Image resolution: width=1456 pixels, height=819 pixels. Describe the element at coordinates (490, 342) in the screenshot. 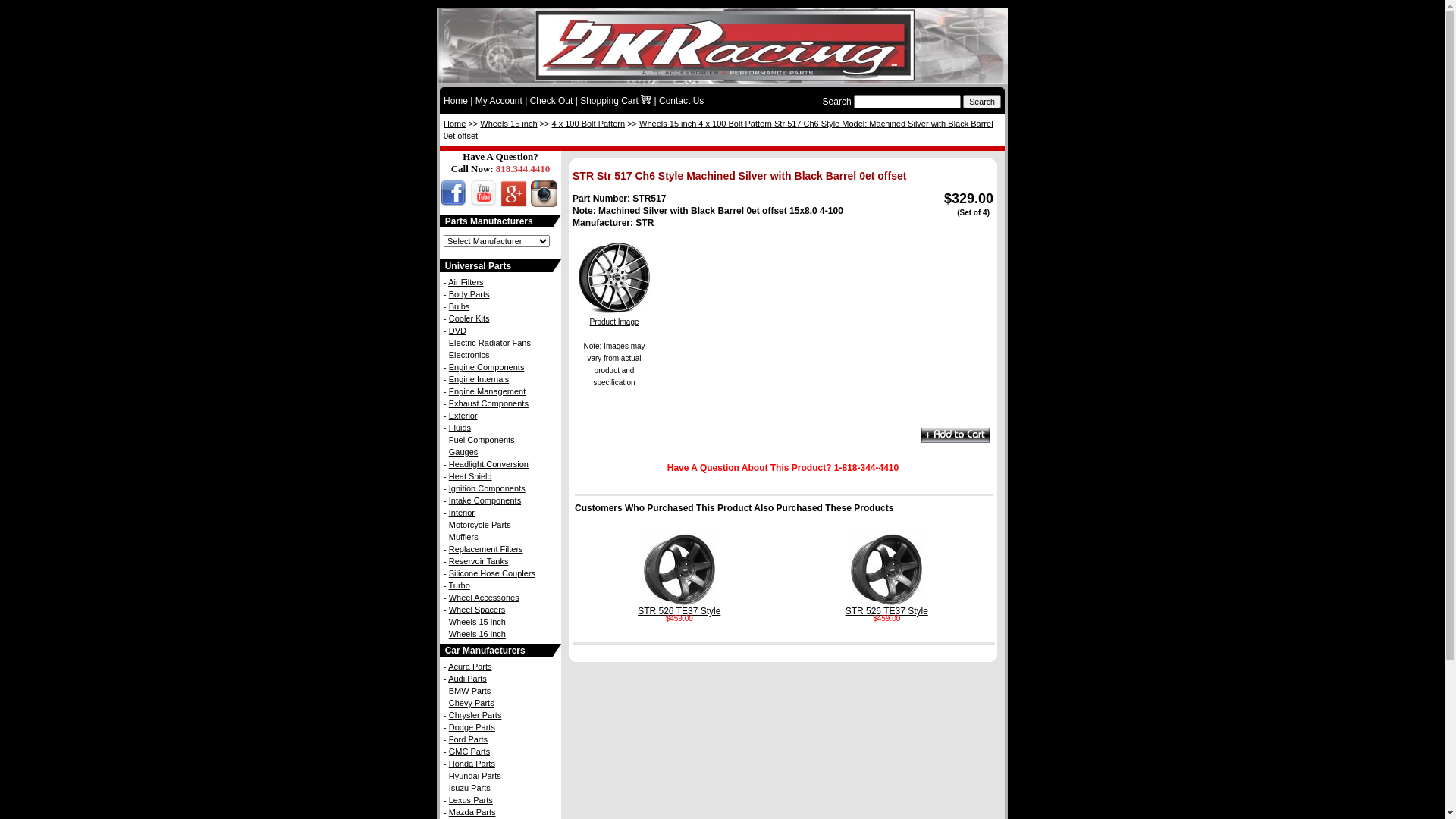

I see `'Electric Radiator Fans'` at that location.